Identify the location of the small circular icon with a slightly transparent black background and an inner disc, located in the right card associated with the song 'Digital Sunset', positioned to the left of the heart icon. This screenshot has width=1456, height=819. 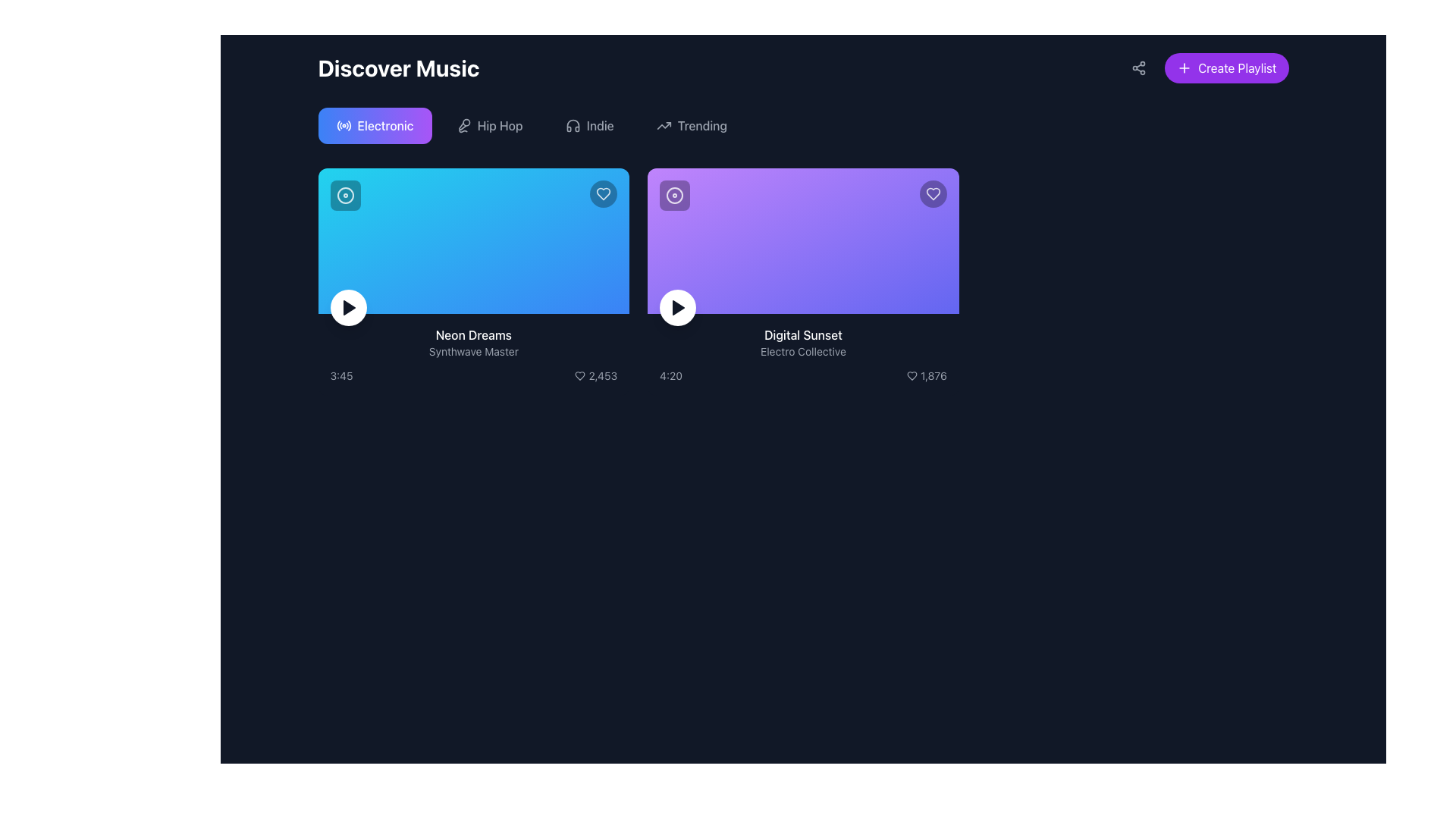
(674, 195).